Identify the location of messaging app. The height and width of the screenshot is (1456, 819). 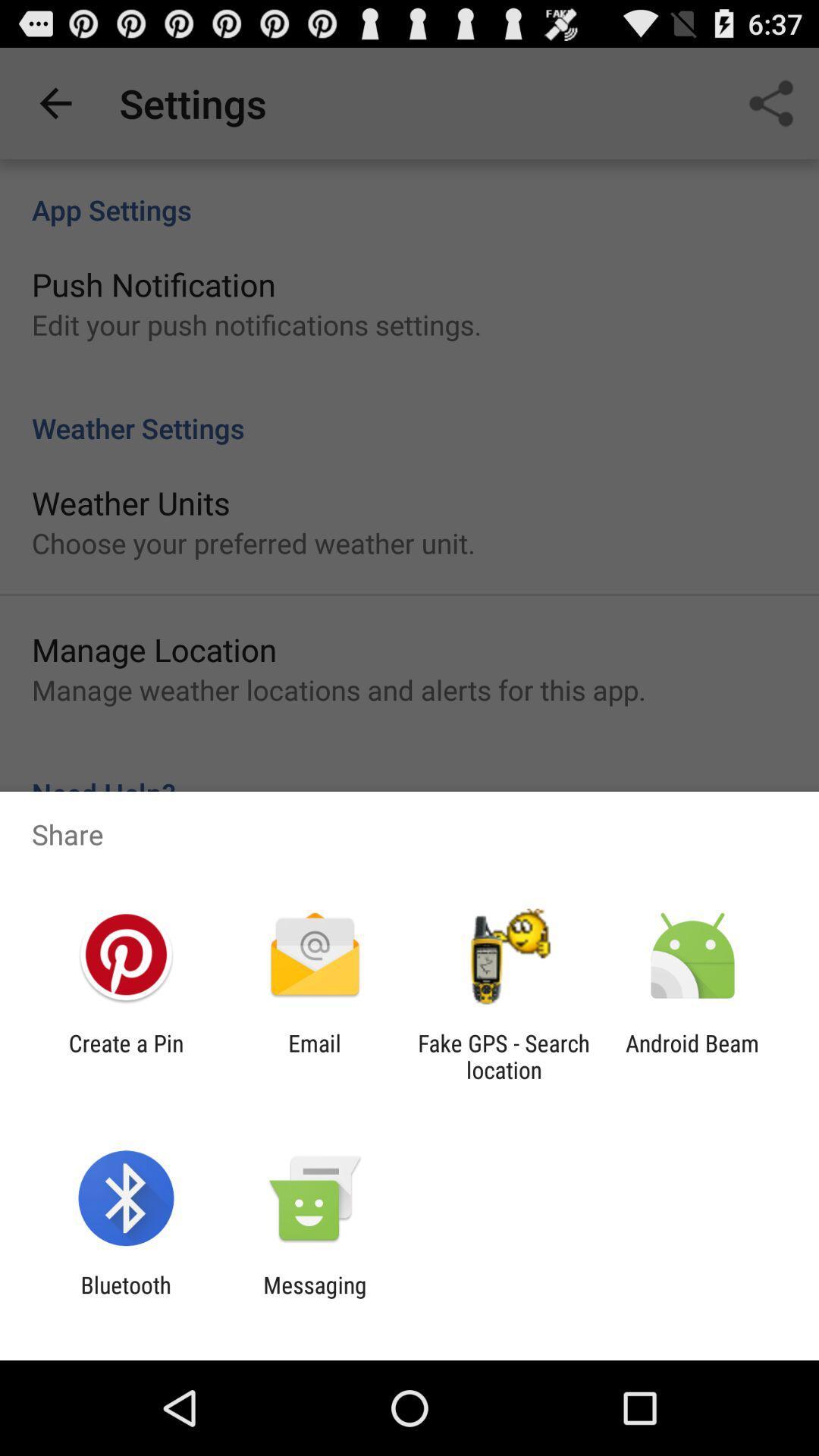
(314, 1298).